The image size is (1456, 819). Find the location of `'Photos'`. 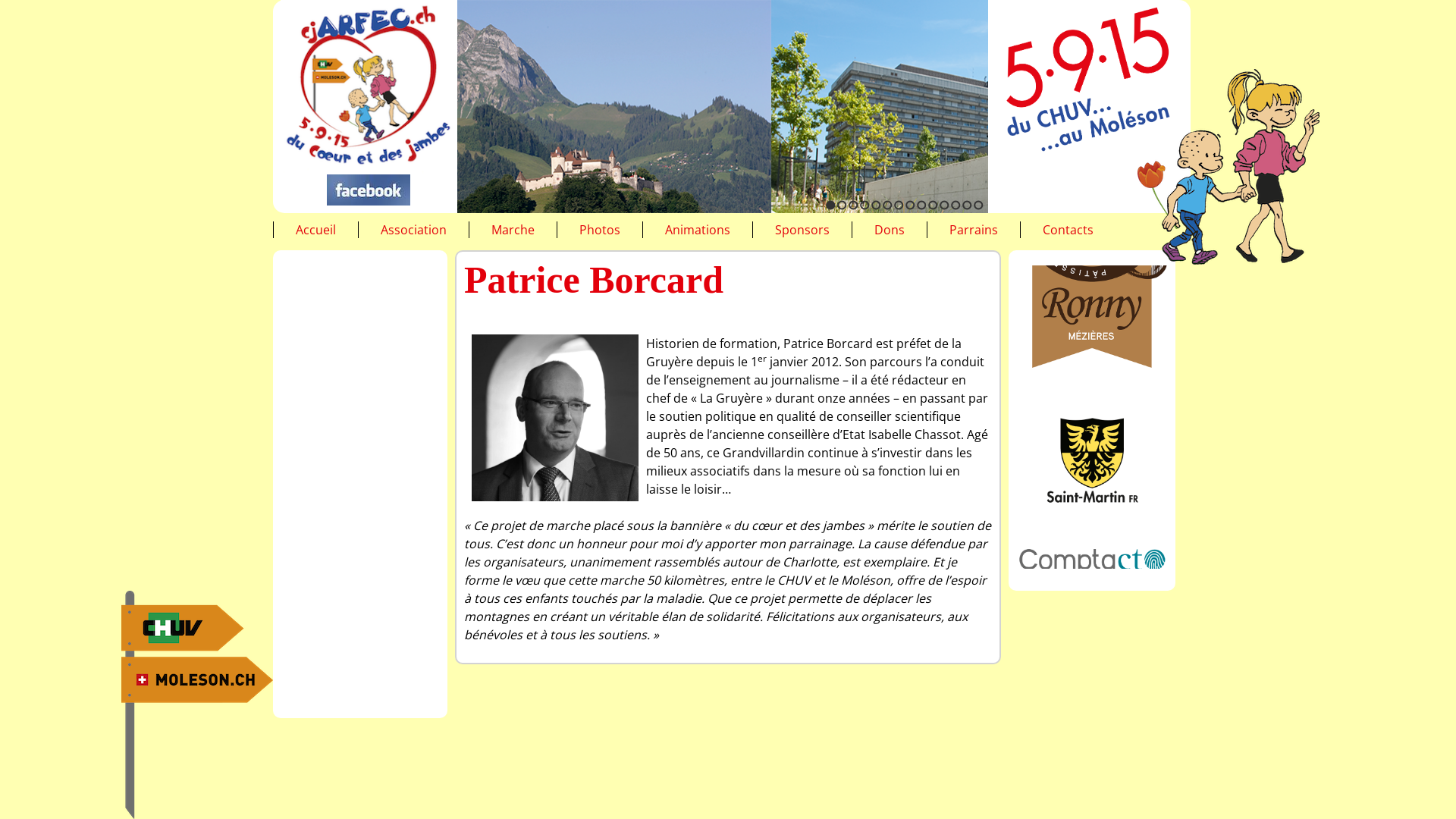

'Photos' is located at coordinates (599, 230).